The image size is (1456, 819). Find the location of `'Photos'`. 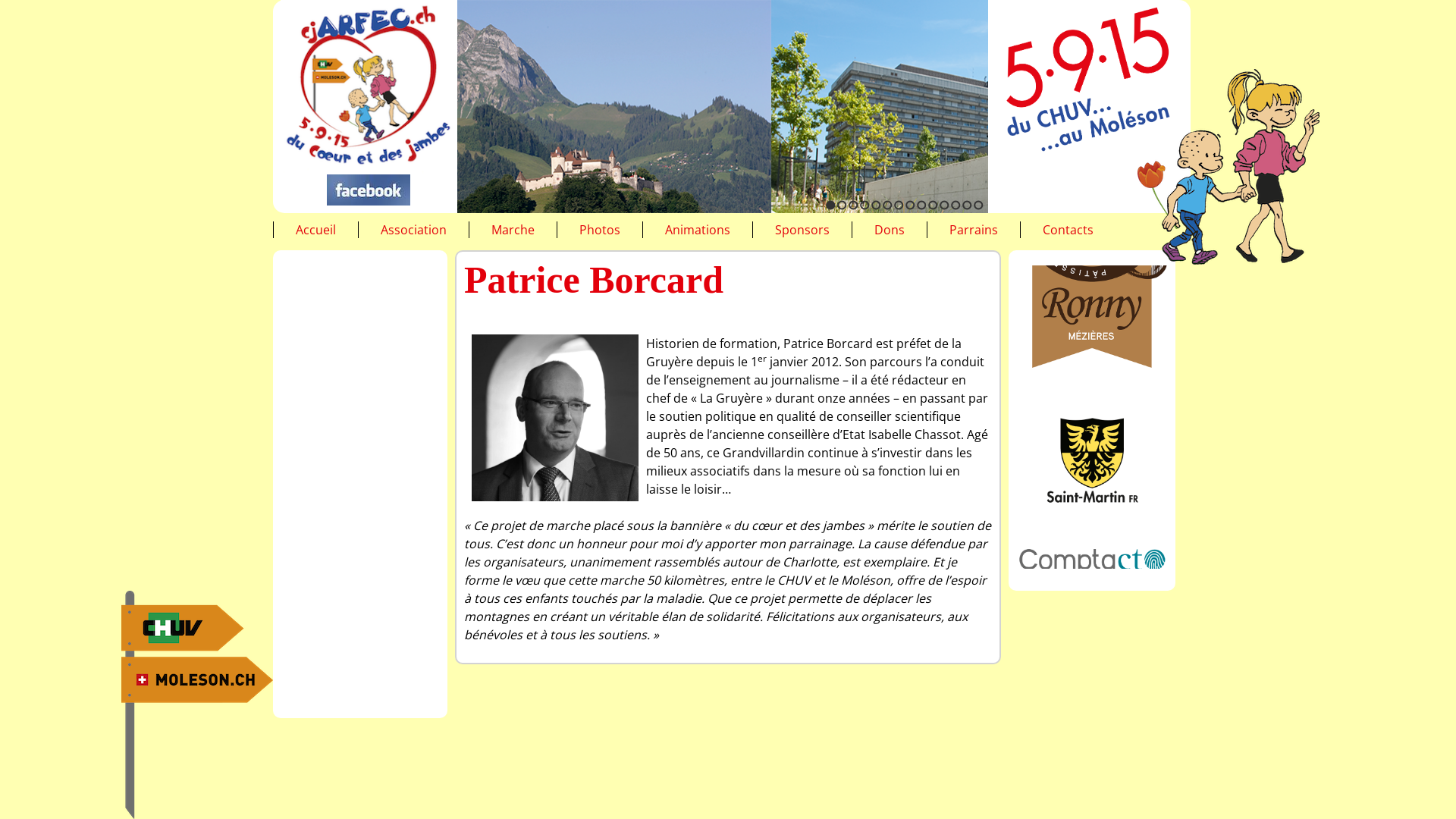

'Photos' is located at coordinates (599, 230).